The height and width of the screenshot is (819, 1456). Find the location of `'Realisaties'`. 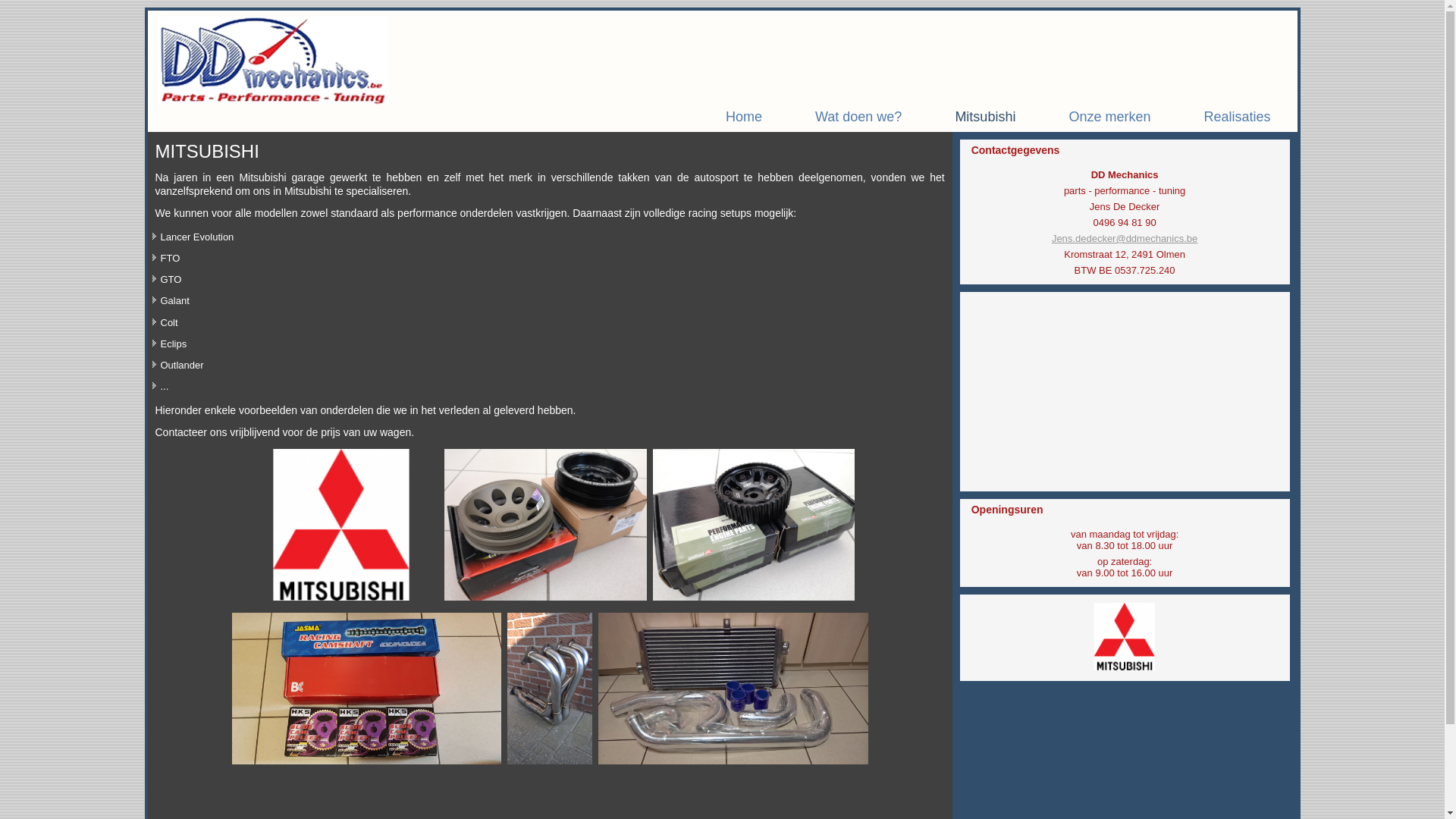

'Realisaties' is located at coordinates (1237, 116).